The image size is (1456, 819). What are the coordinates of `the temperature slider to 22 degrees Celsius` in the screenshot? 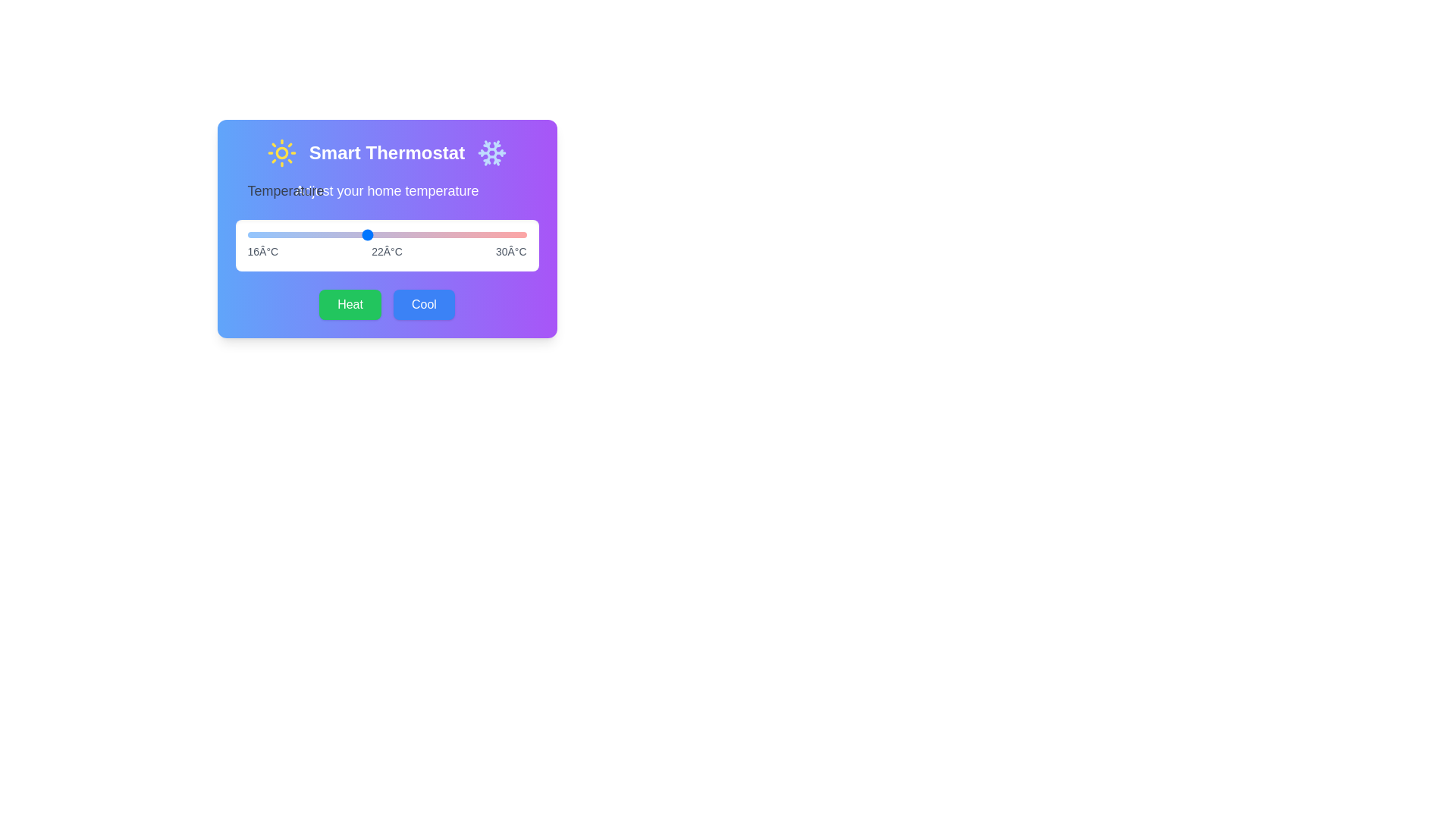 It's located at (367, 234).